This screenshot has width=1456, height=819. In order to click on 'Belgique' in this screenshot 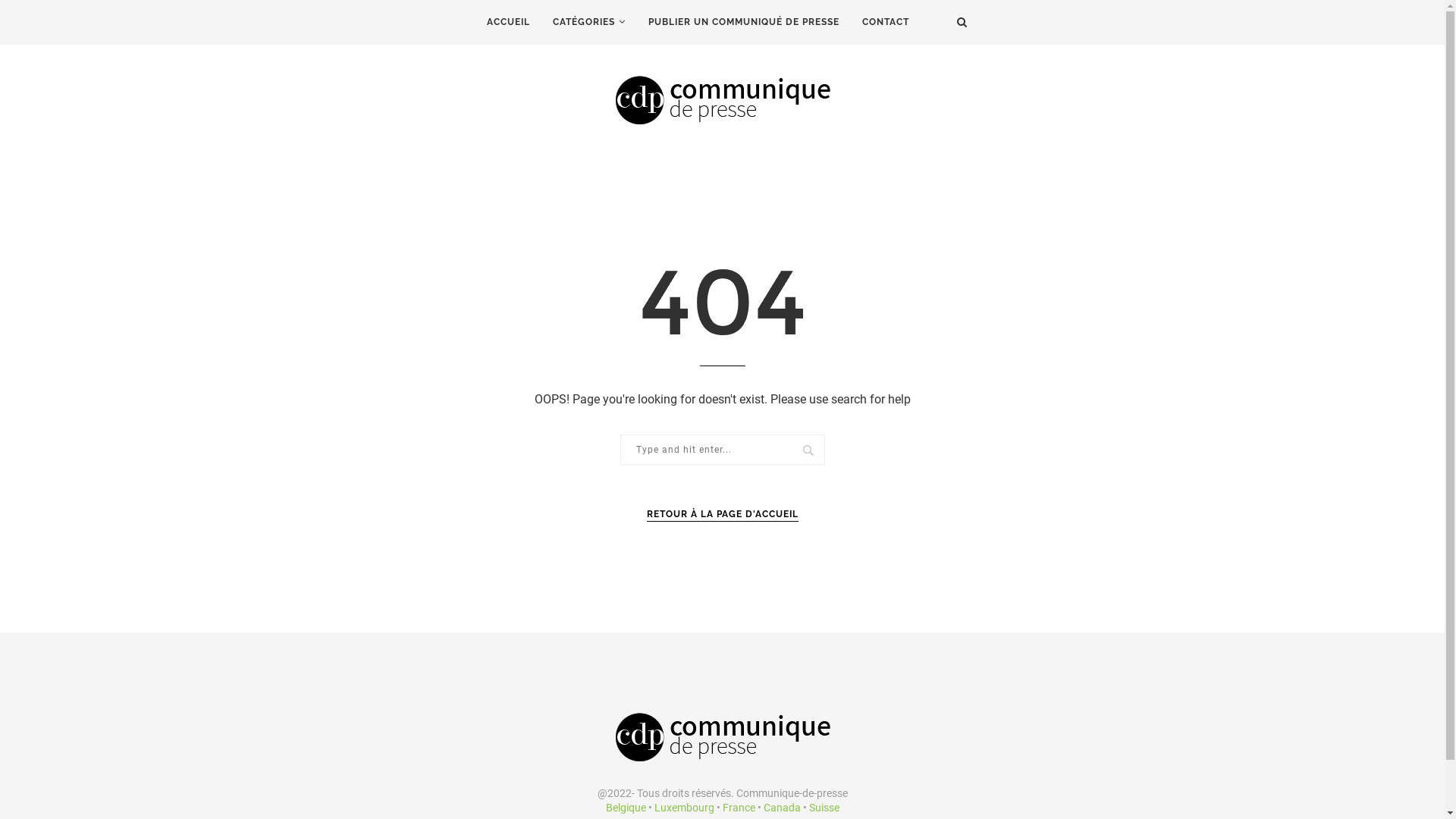, I will do `click(625, 806)`.